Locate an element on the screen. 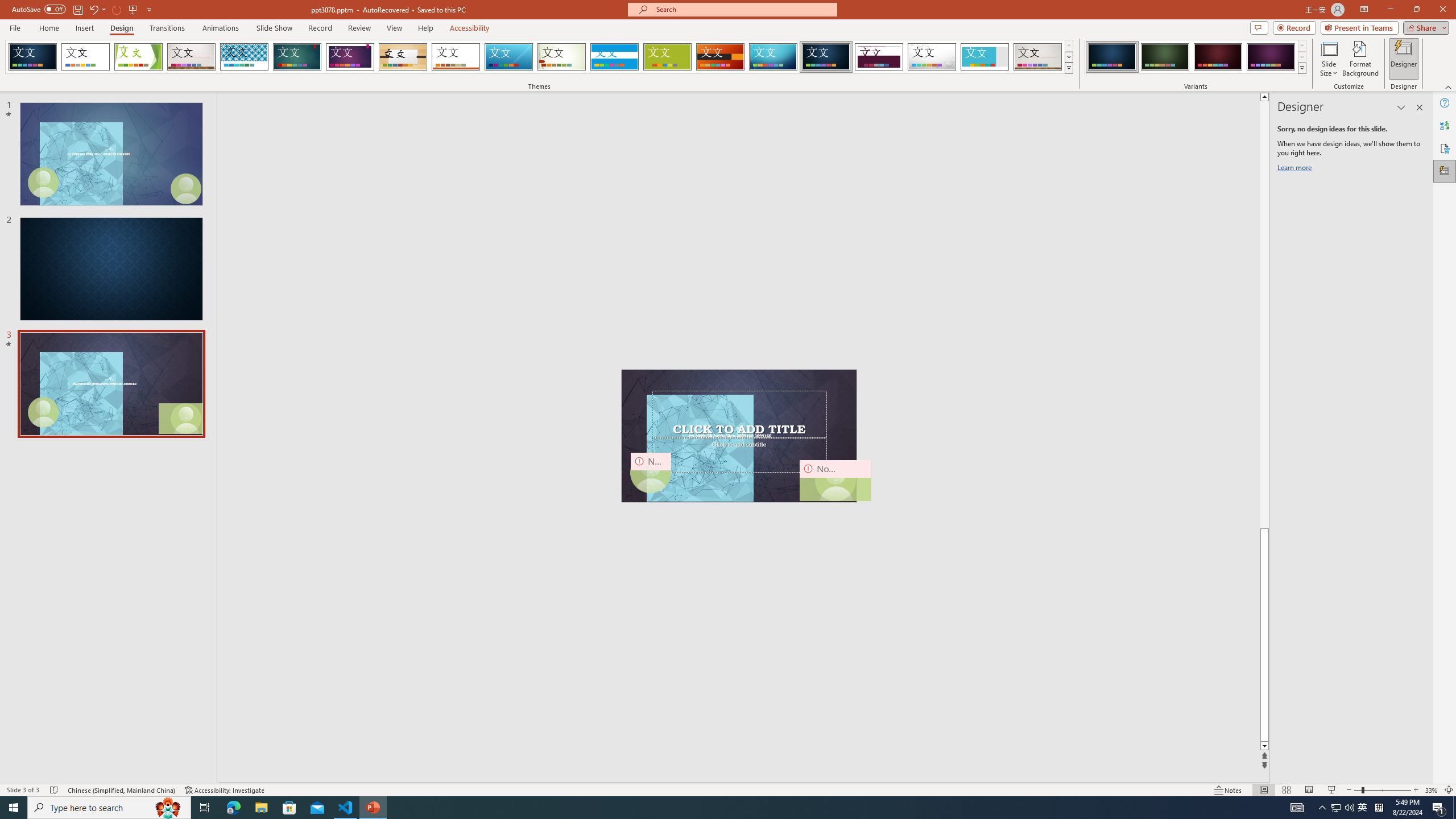 The image size is (1456, 819). 'TextBox 61' is located at coordinates (737, 436).